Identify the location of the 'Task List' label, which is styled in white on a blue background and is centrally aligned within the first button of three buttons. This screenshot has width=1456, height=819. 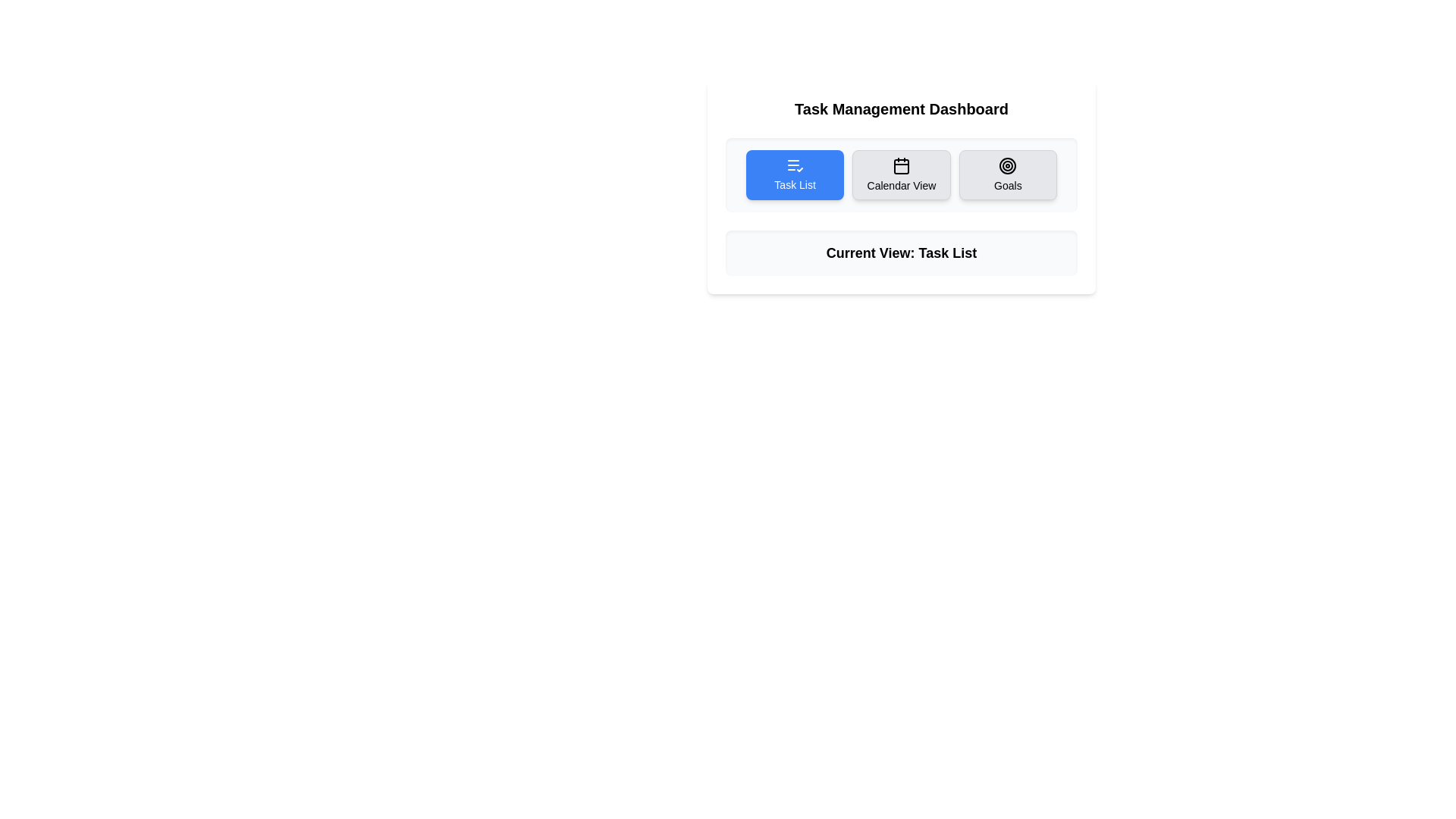
(794, 184).